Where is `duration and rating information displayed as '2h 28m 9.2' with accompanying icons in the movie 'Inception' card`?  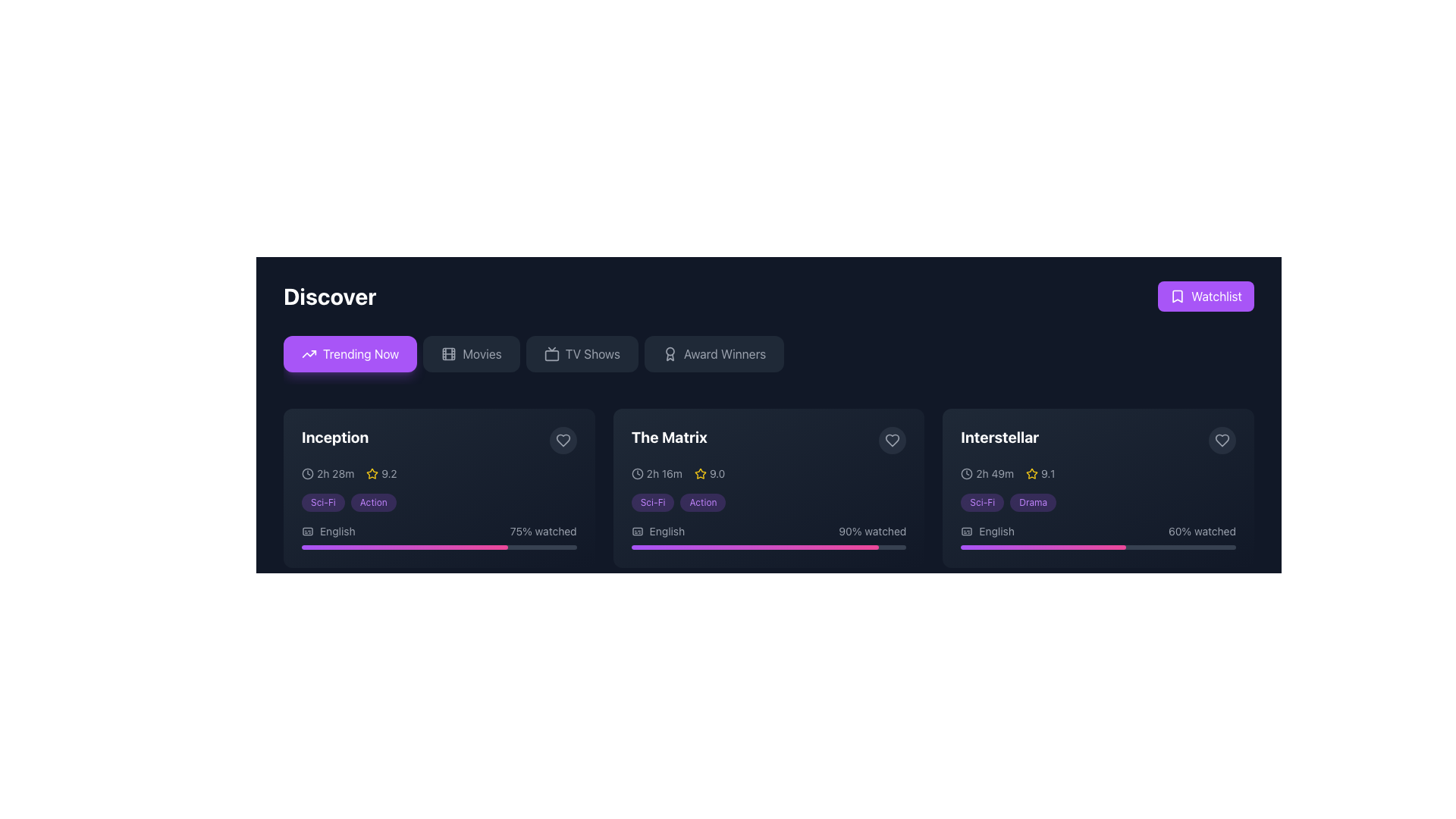 duration and rating information displayed as '2h 28m 9.2' with accompanying icons in the movie 'Inception' card is located at coordinates (438, 472).